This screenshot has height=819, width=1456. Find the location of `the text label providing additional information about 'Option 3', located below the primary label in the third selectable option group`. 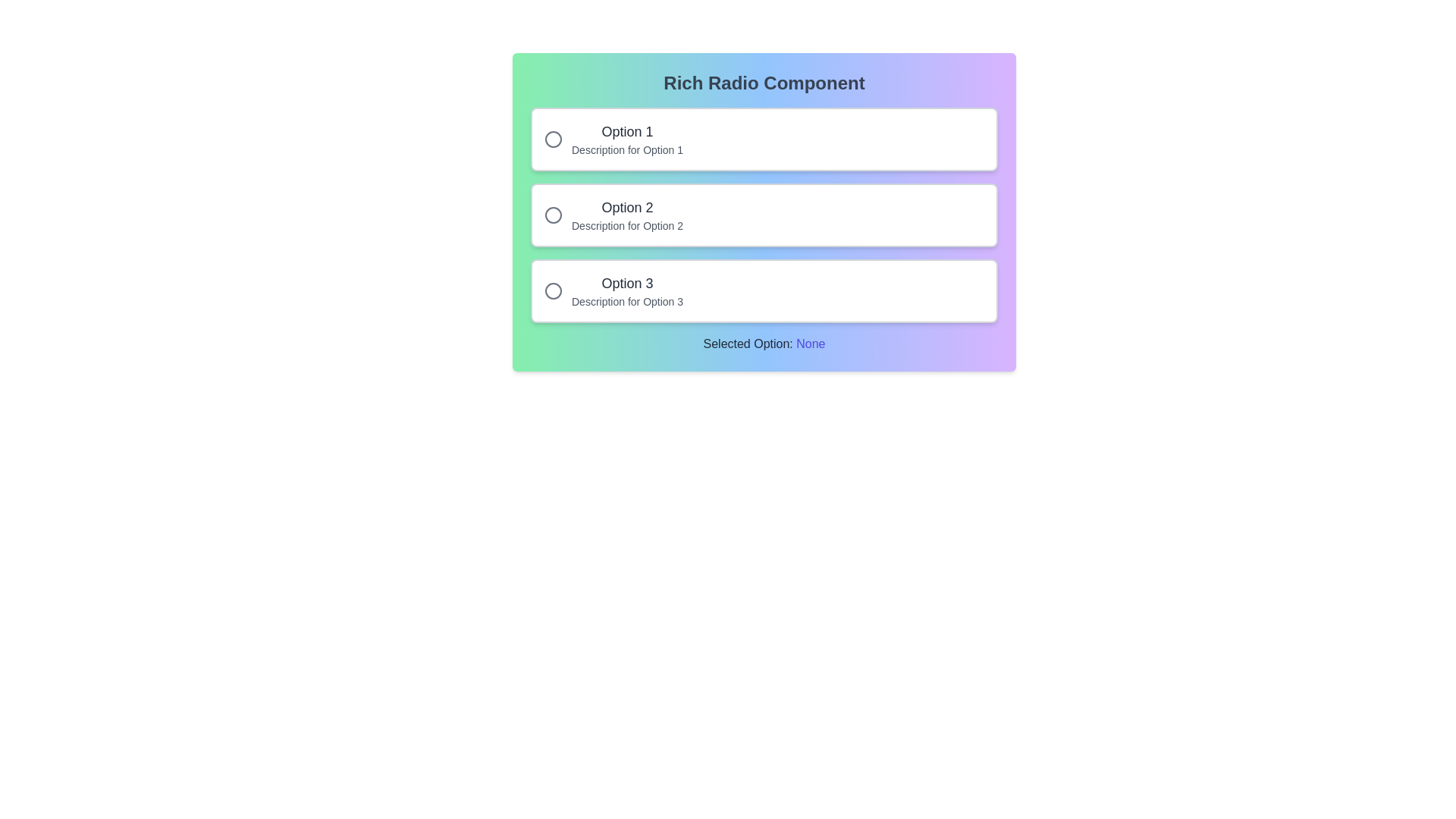

the text label providing additional information about 'Option 3', located below the primary label in the third selectable option group is located at coordinates (627, 301).